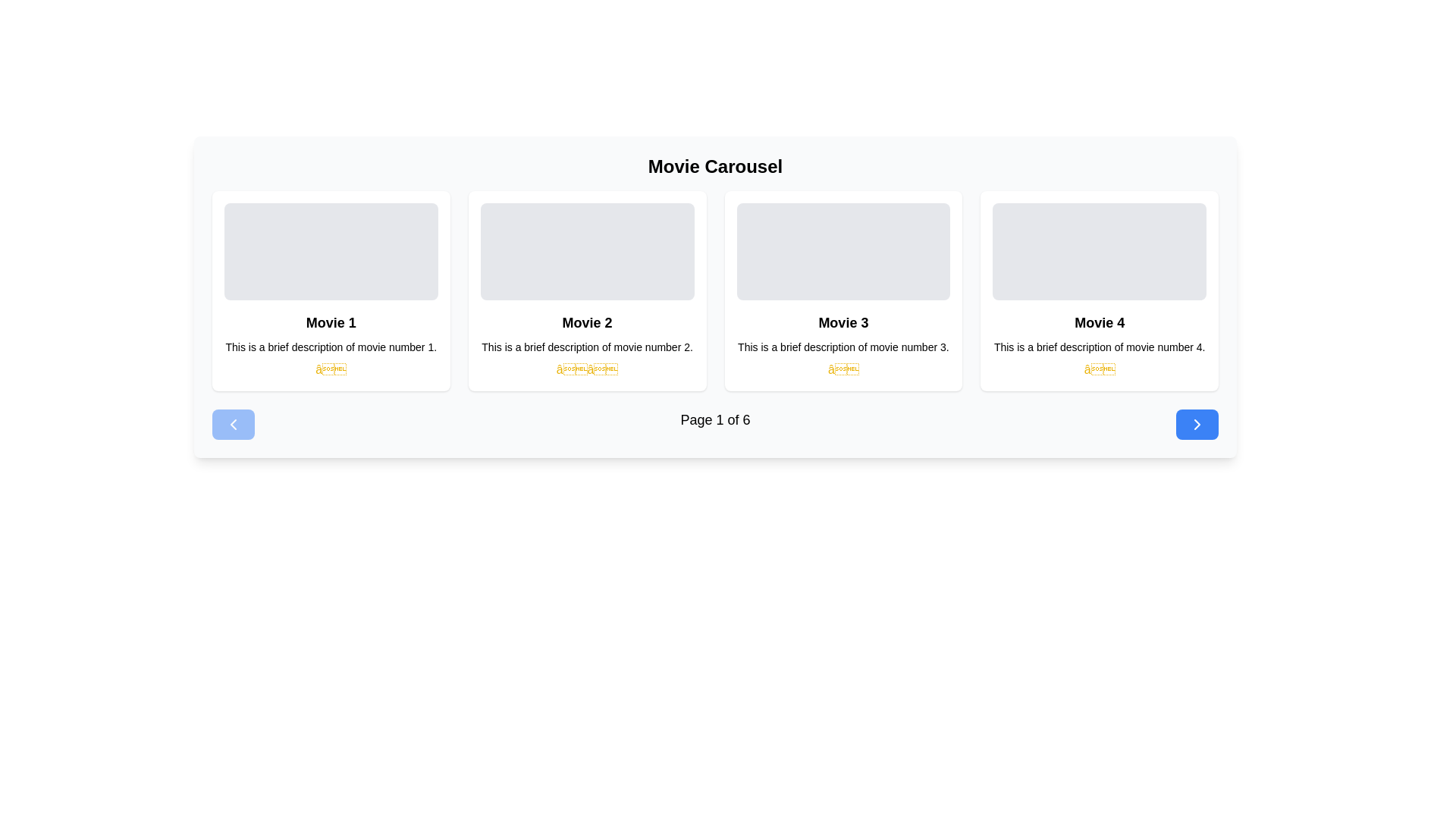  Describe the element at coordinates (330, 347) in the screenshot. I see `text content of the Text label element that displays 'This is a brief description of movie number 1.' located below the title 'Movie 1'` at that location.